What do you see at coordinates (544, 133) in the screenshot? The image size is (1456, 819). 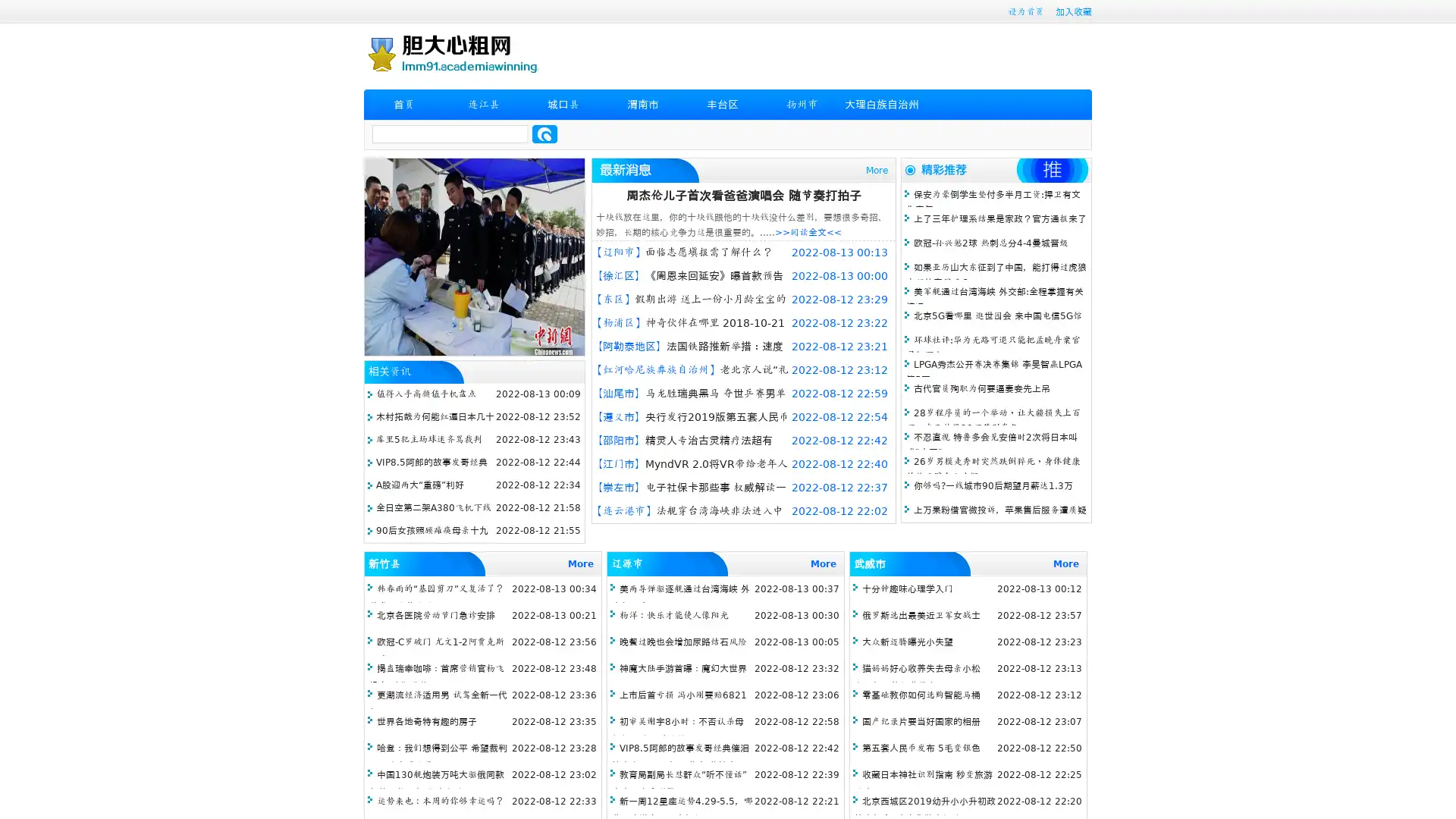 I see `Search` at bounding box center [544, 133].